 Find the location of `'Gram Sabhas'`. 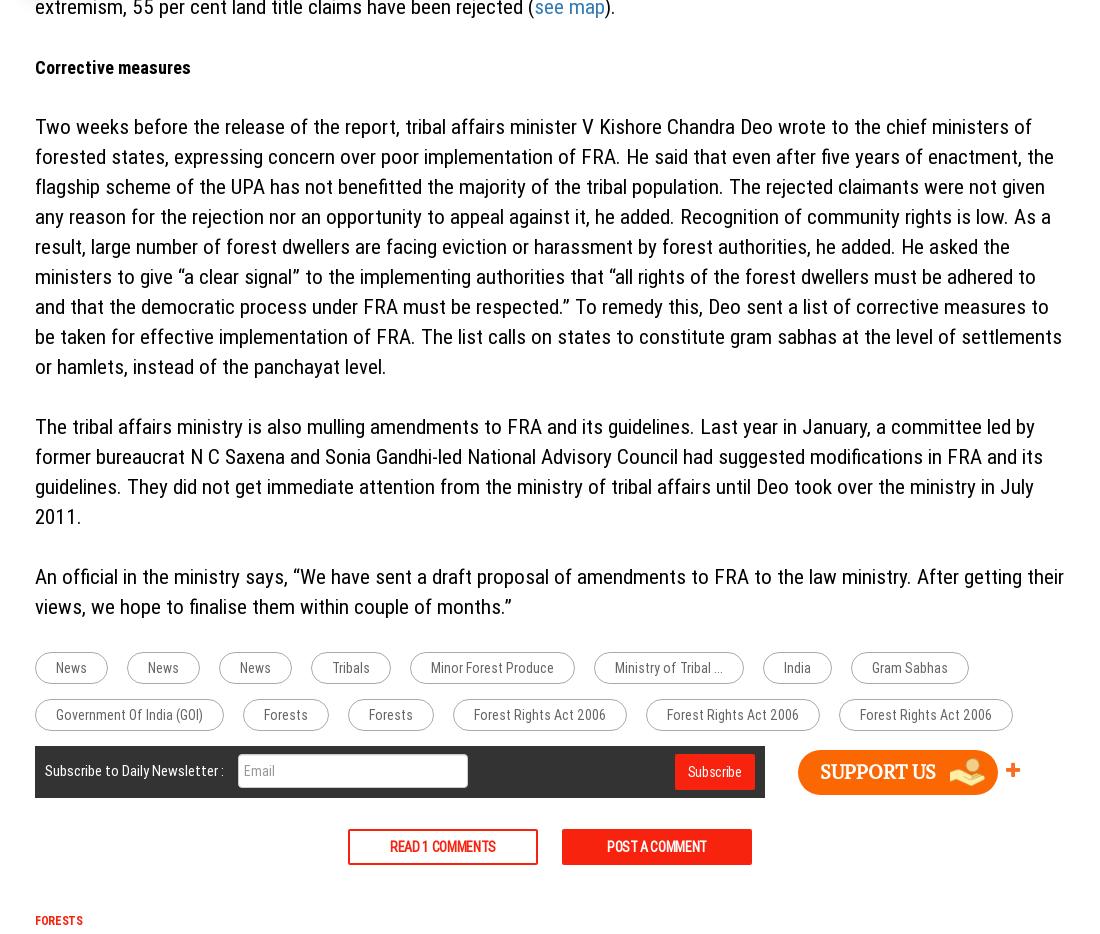

'Gram Sabhas' is located at coordinates (910, 666).